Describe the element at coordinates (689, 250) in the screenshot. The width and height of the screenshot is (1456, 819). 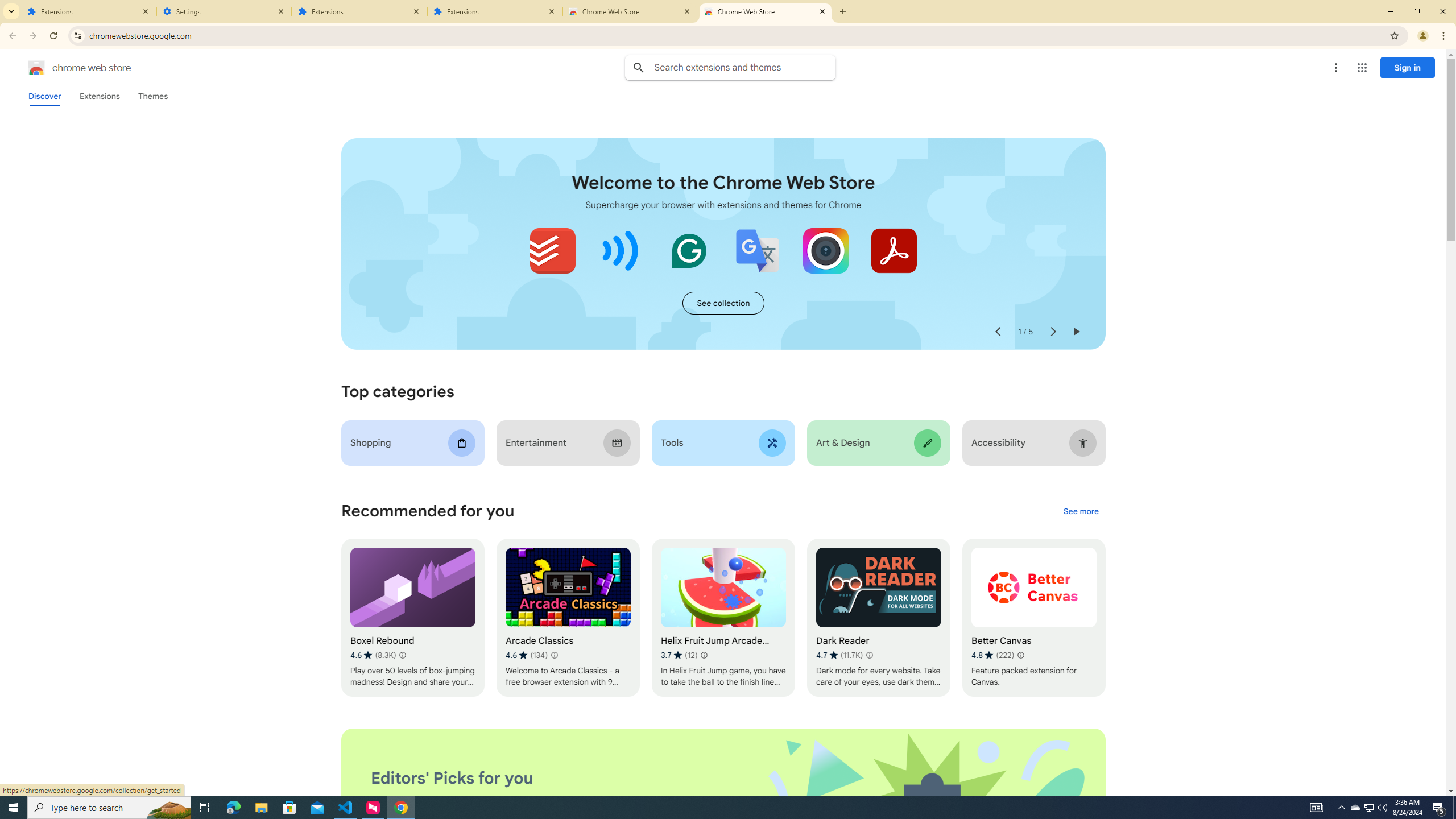
I see `'Grammarly: AI Writing and Grammar Checker App'` at that location.